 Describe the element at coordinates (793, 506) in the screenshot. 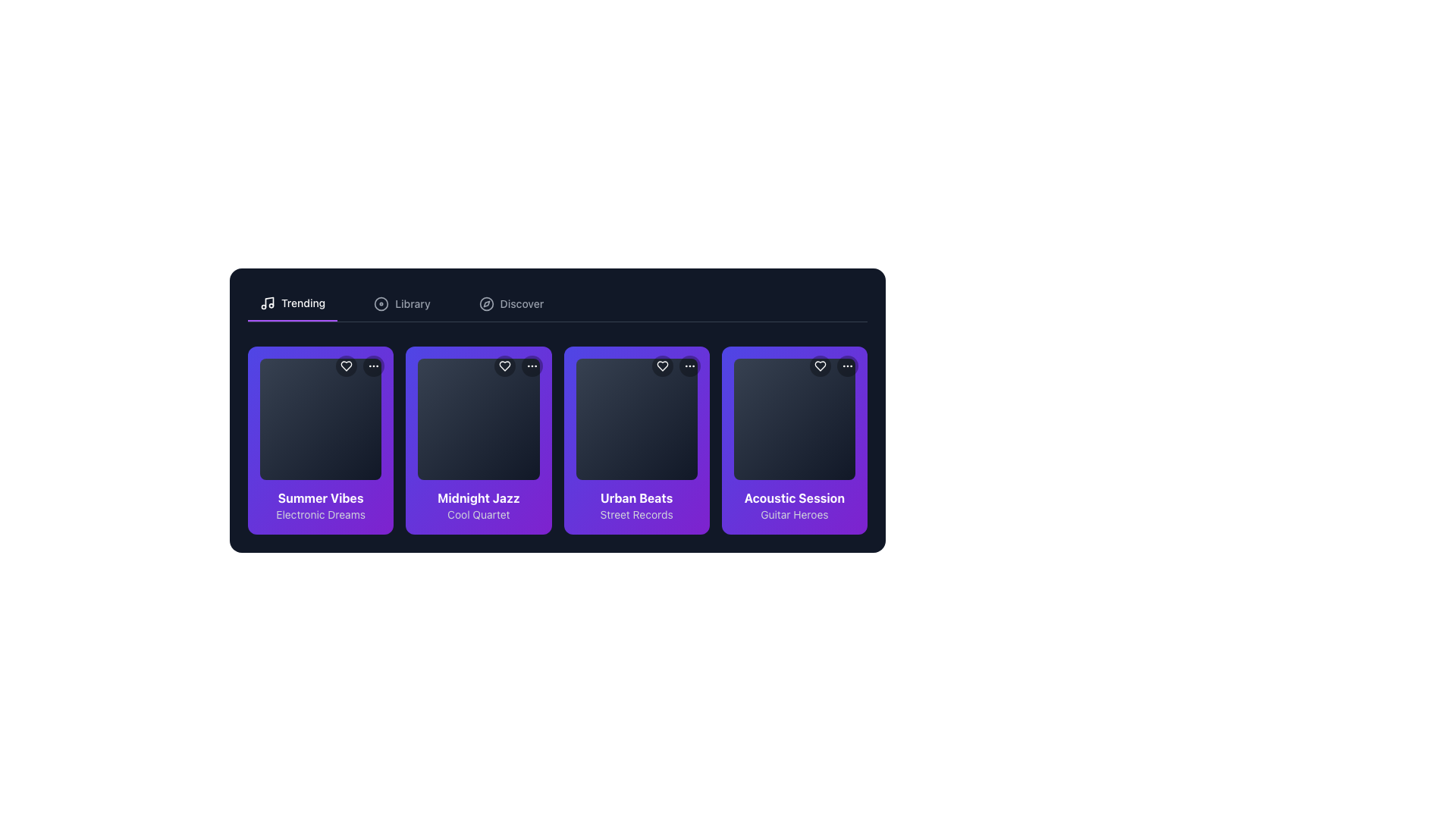

I see `the Text label with two lines` at that location.